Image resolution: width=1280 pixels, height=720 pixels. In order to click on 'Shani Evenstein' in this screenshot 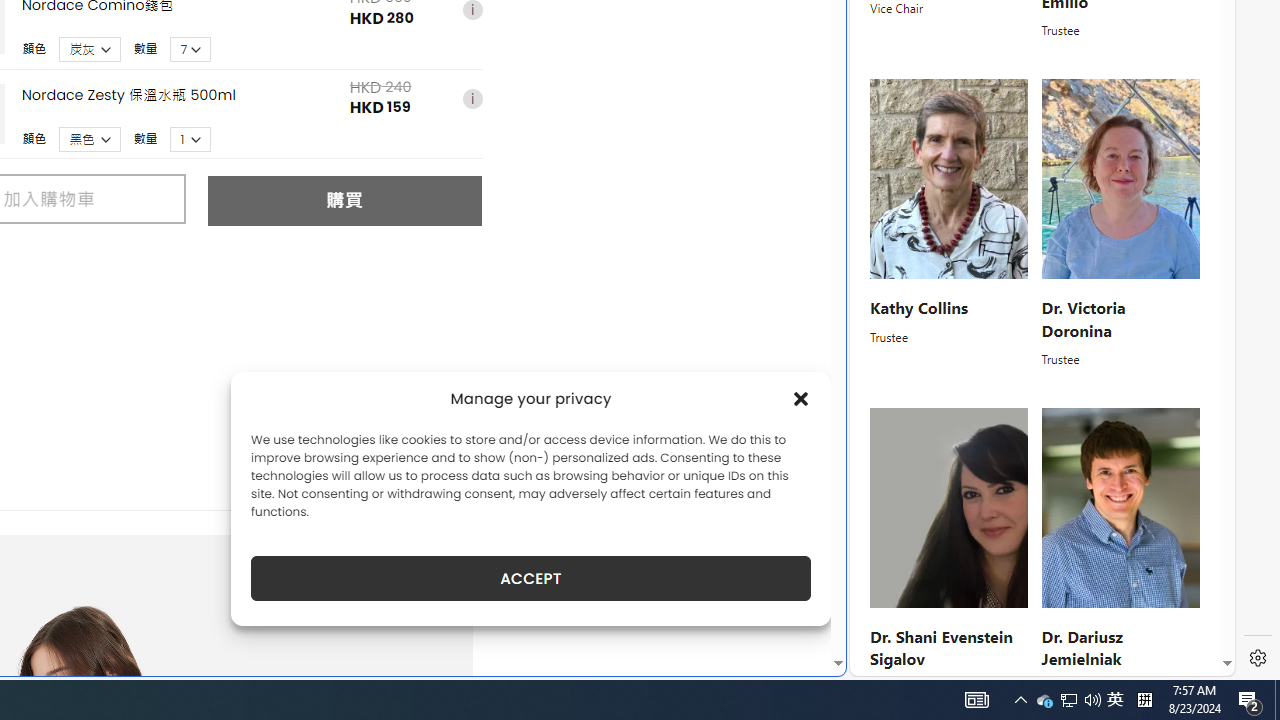, I will do `click(948, 507)`.